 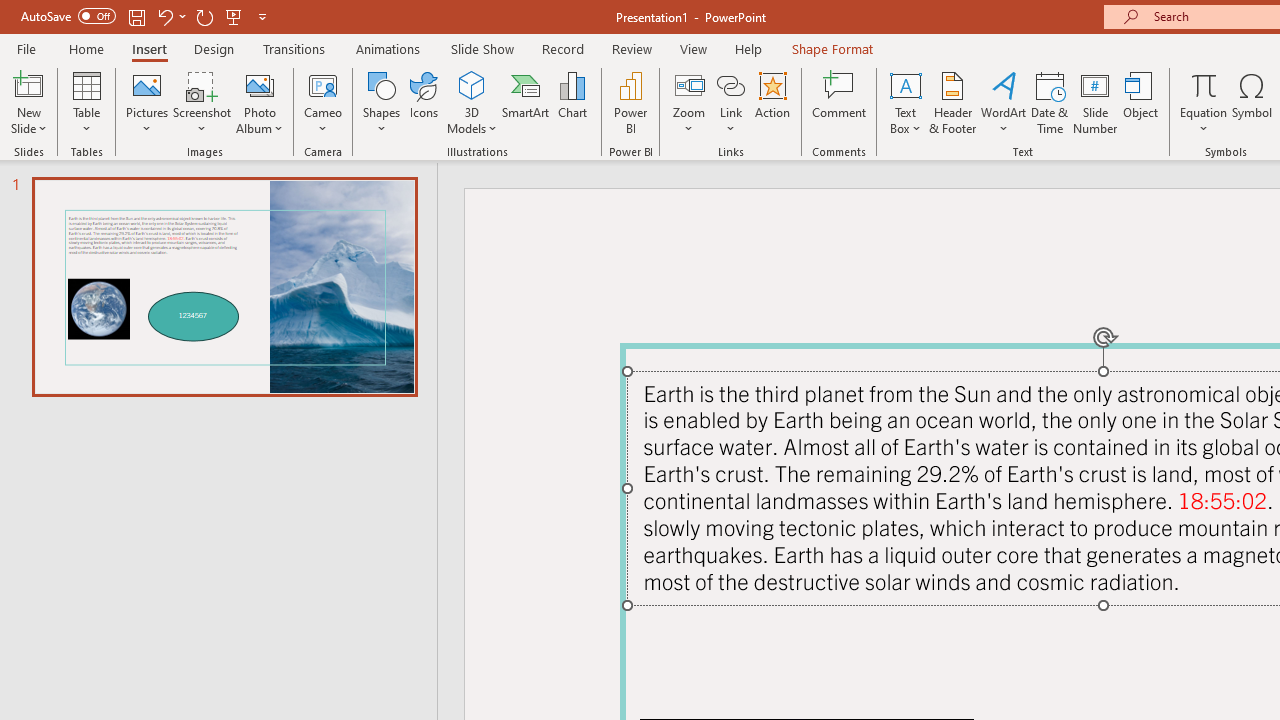 I want to click on 'Header & Footer...', so click(x=951, y=103).